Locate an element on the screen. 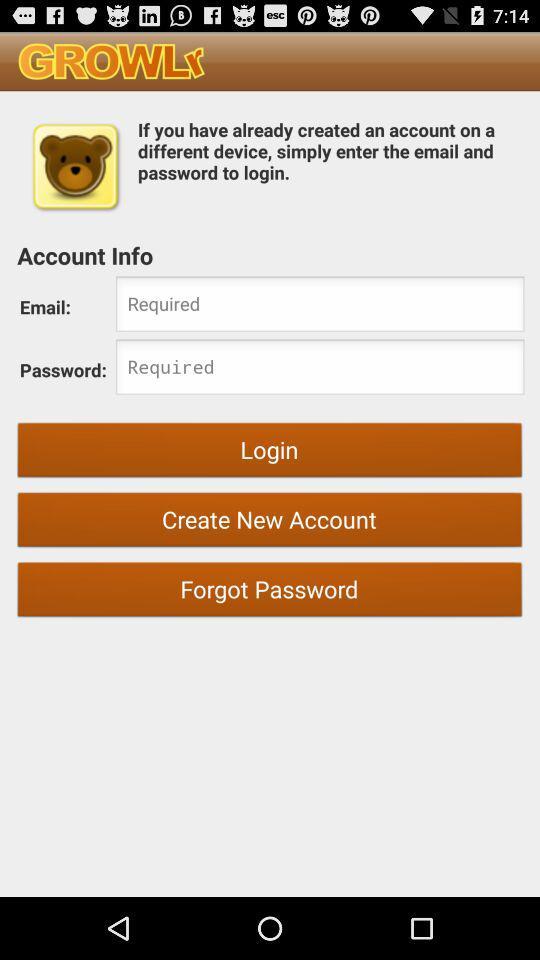  input field for email address is located at coordinates (320, 306).